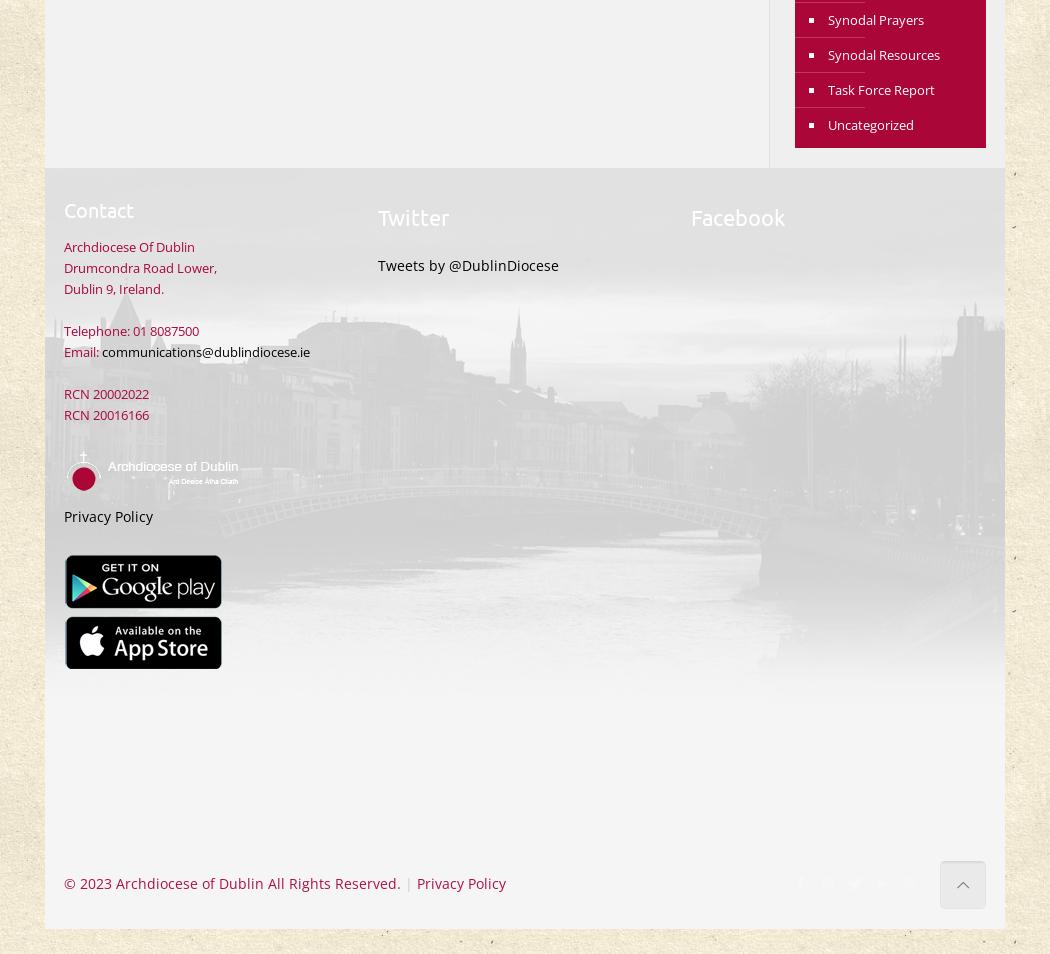 This screenshot has height=954, width=1050. Describe the element at coordinates (412, 216) in the screenshot. I see `'Twitter'` at that location.